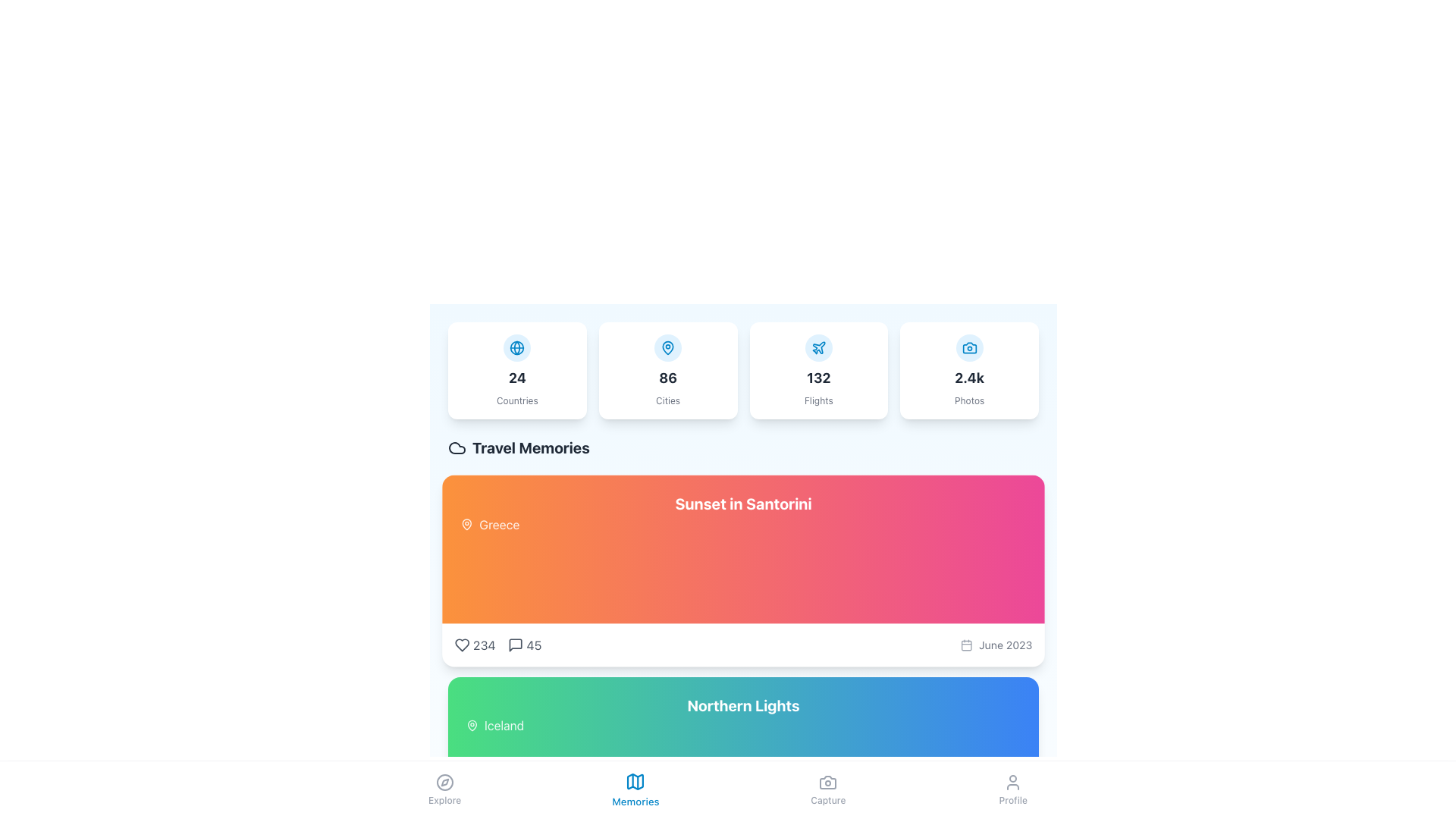  I want to click on the Icon button representing photos or photography located at the top of the card displaying '2.4k Photos', so click(968, 348).